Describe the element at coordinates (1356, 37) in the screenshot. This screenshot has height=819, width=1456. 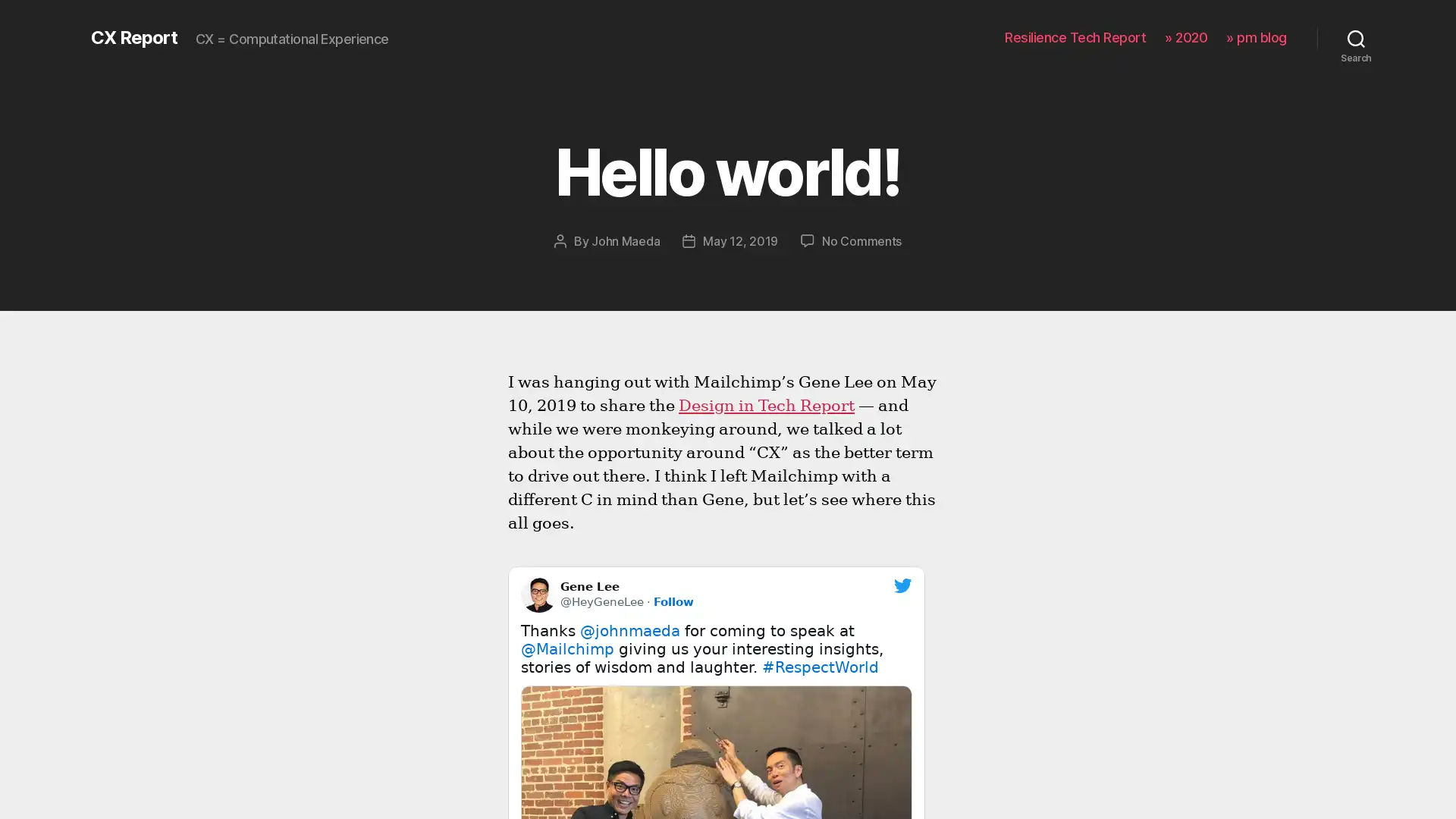
I see `Search` at that location.